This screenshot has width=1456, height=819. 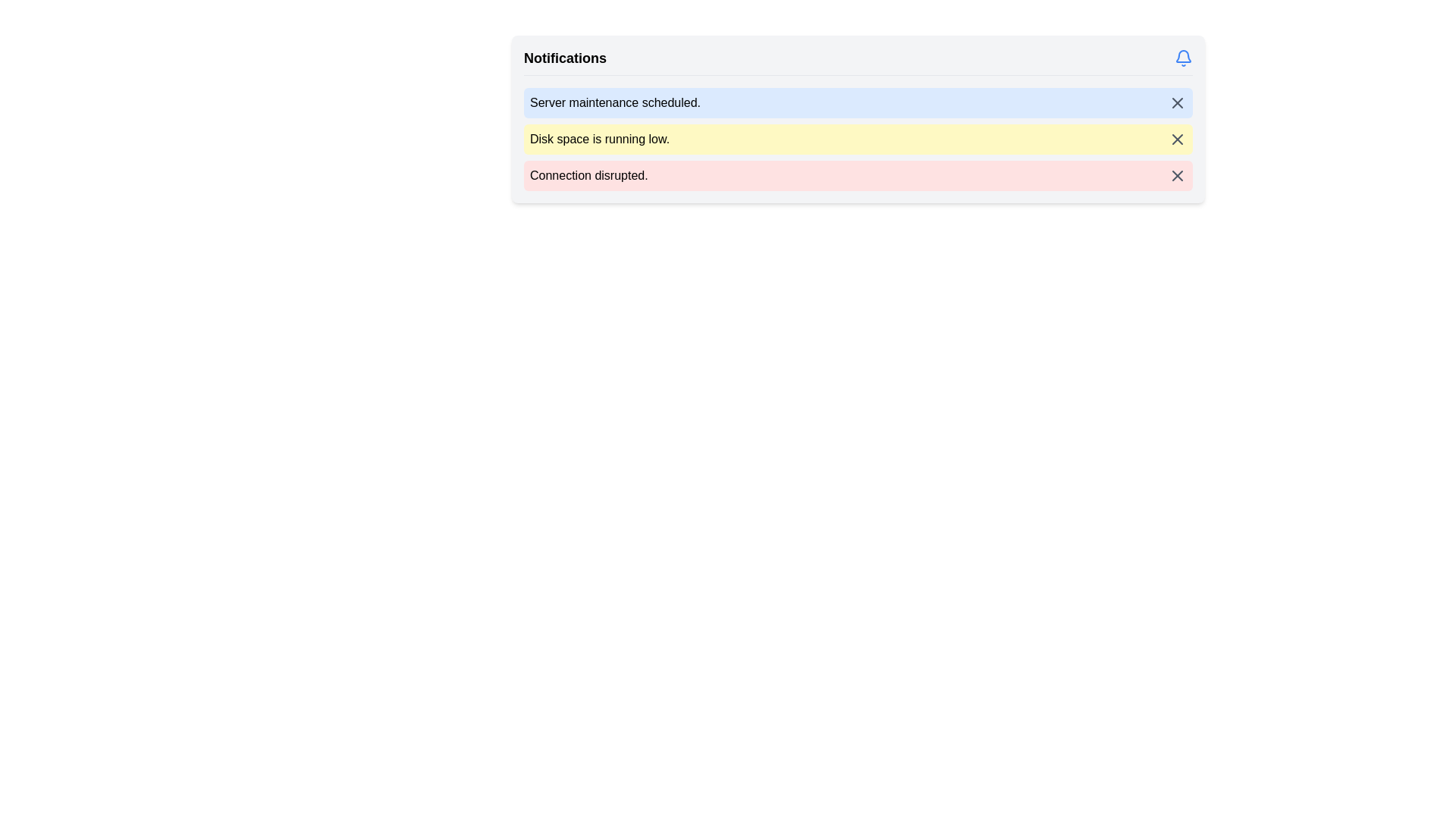 What do you see at coordinates (1177, 174) in the screenshot?
I see `the third item's close button represented by a gray 'X' icon in the notification center to observe its styling changes` at bounding box center [1177, 174].